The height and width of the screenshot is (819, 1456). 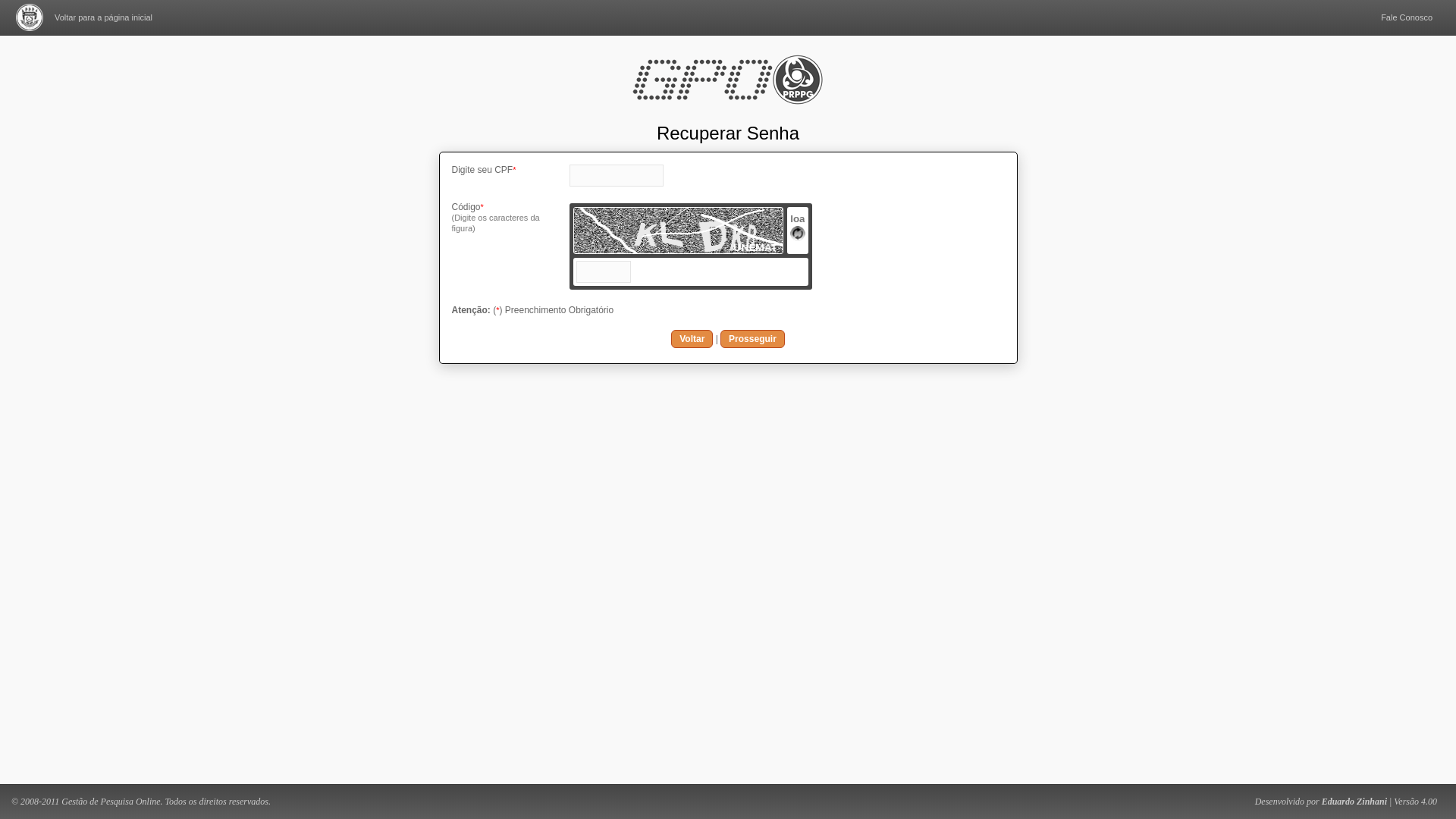 I want to click on 'Eduardo Zinhani', so click(x=1354, y=800).